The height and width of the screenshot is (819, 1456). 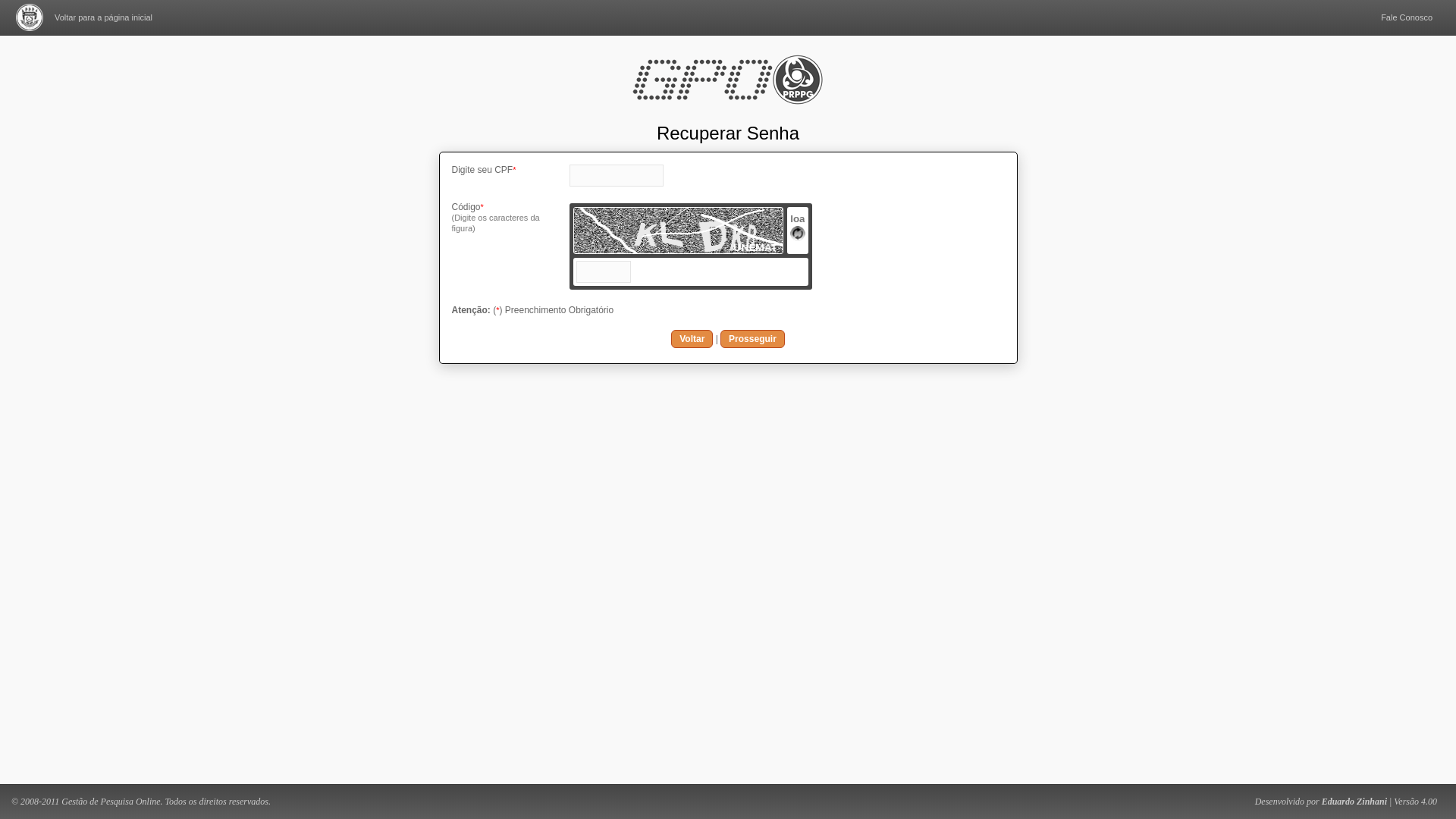 I want to click on 'Eduardo Zinhani', so click(x=1354, y=800).